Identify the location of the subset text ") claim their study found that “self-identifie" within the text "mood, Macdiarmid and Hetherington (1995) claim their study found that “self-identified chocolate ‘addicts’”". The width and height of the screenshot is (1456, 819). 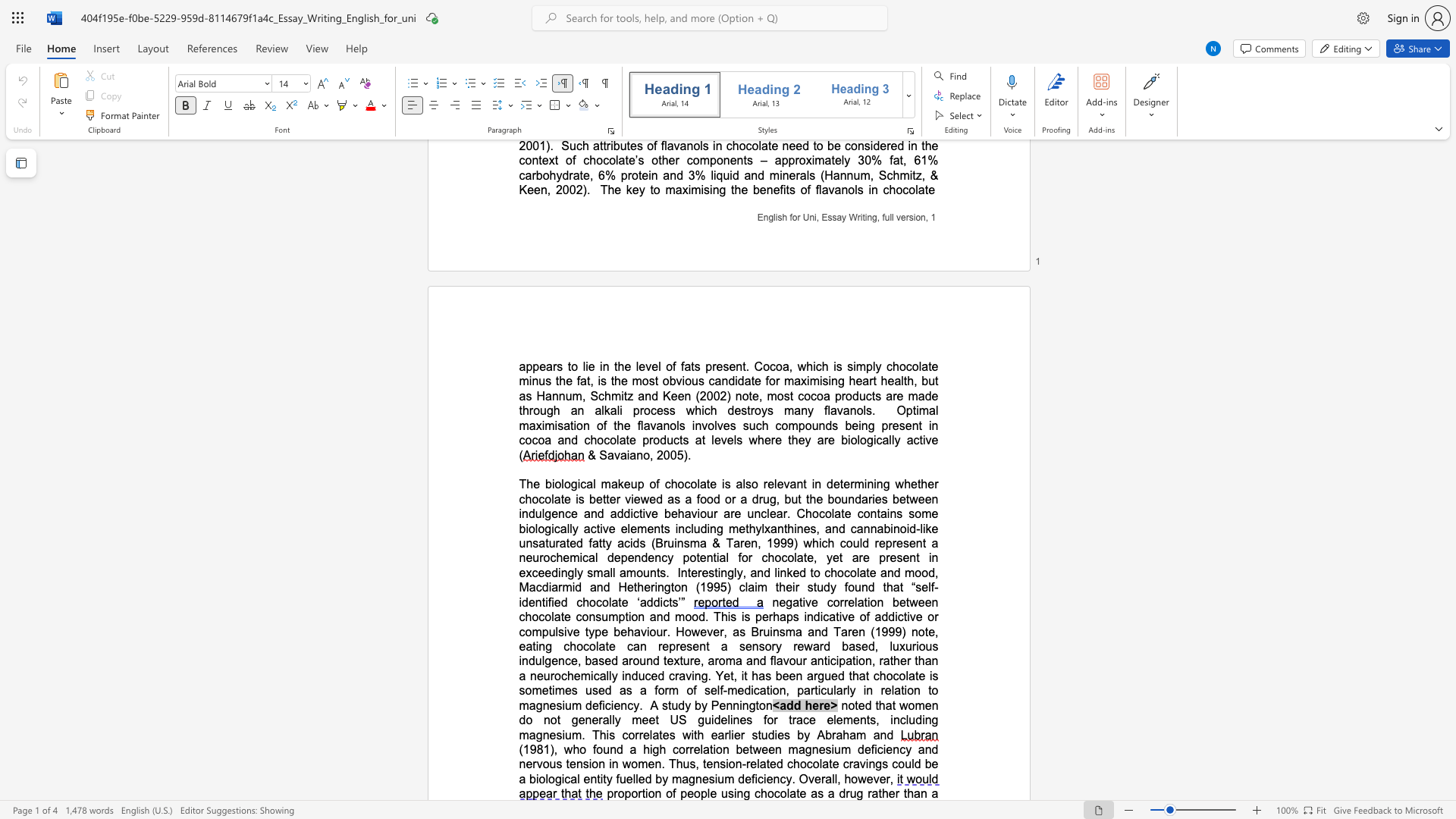
(726, 586).